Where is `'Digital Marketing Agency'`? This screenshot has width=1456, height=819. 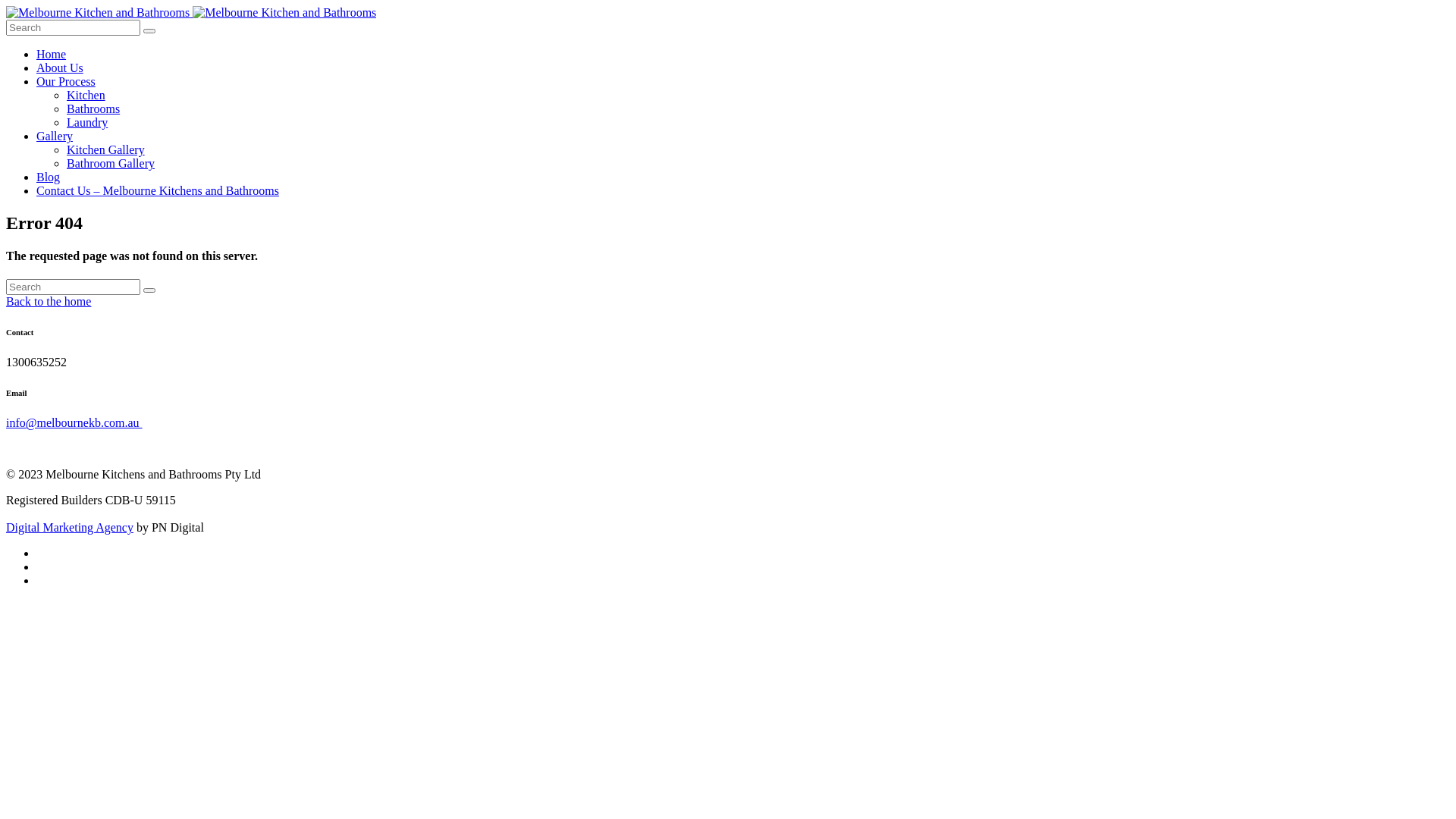
'Digital Marketing Agency' is located at coordinates (68, 526).